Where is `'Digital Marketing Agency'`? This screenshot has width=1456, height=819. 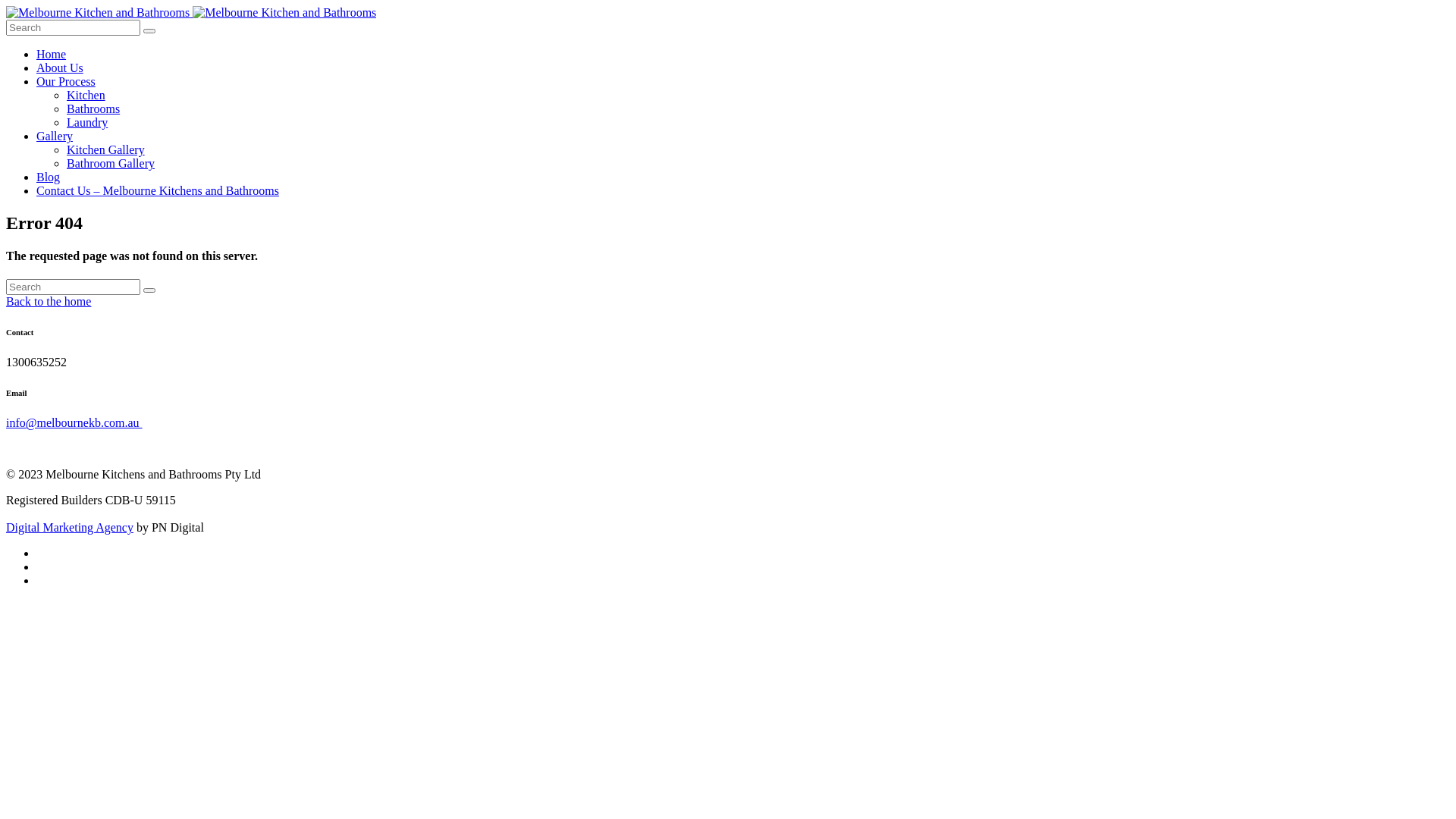
'Digital Marketing Agency' is located at coordinates (68, 526).